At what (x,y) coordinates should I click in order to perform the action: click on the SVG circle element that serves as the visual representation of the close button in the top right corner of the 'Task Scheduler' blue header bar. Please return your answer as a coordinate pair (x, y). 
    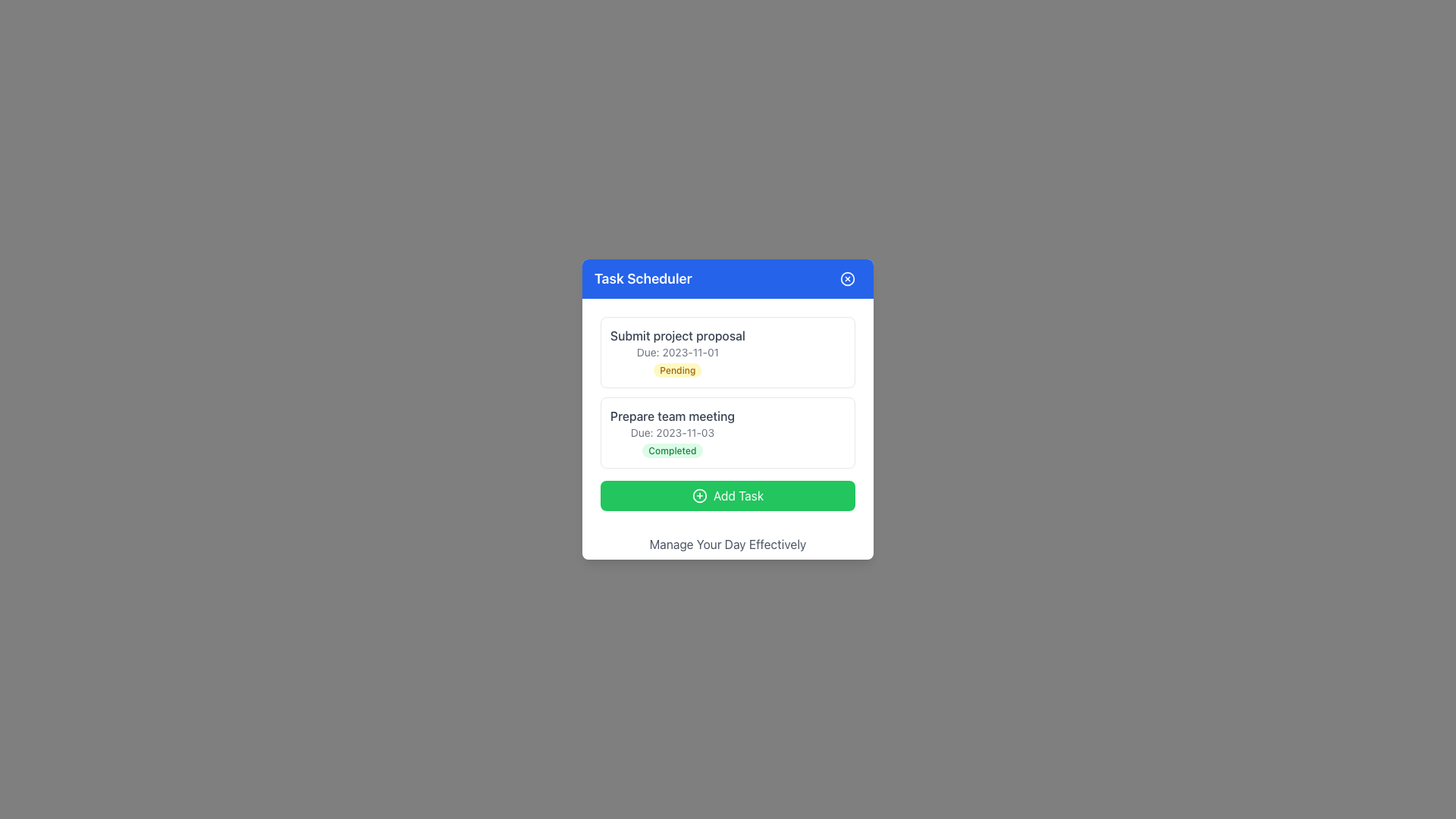
    Looking at the image, I should click on (847, 278).